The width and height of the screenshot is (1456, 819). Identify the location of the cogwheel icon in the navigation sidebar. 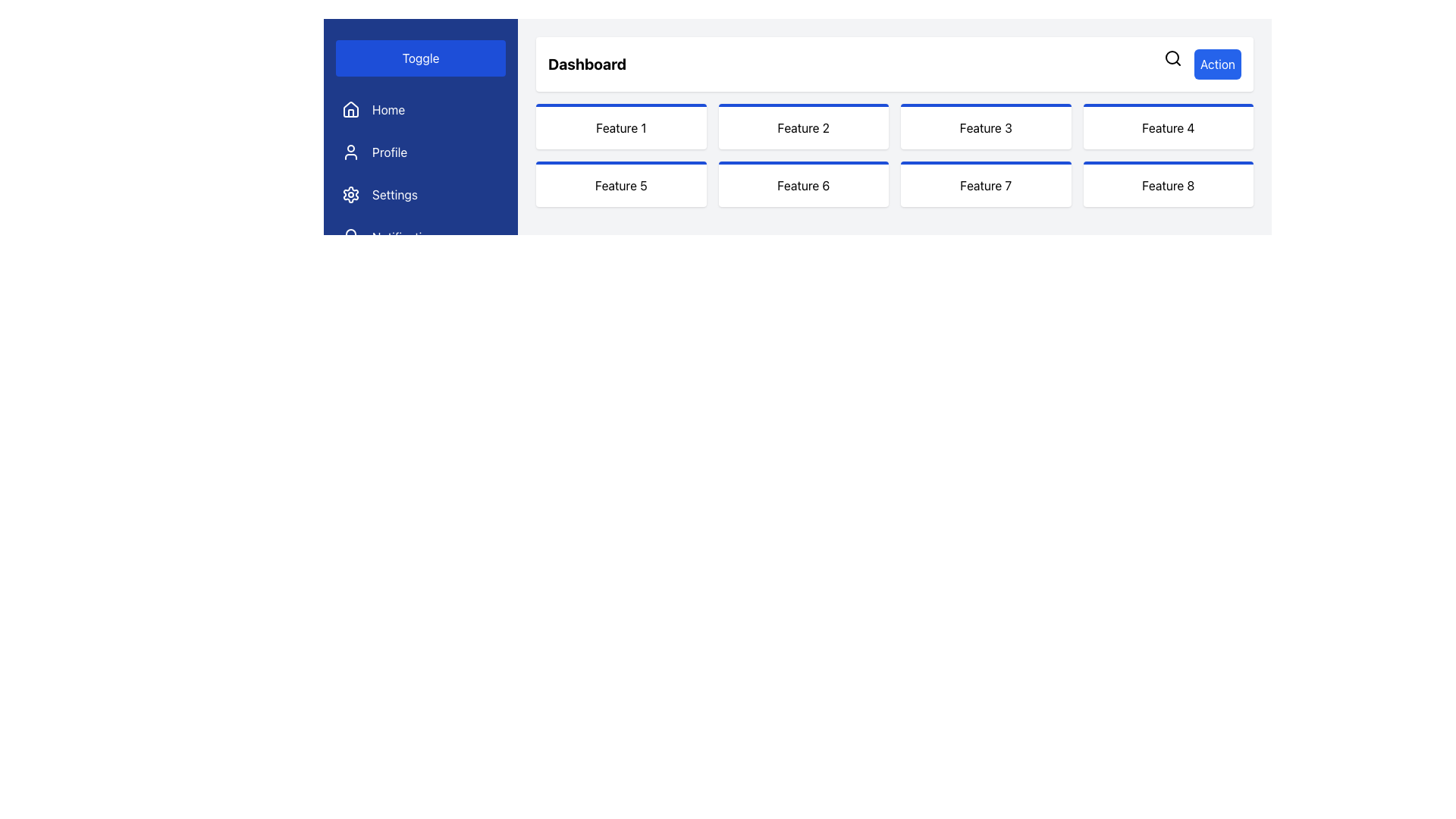
(350, 194).